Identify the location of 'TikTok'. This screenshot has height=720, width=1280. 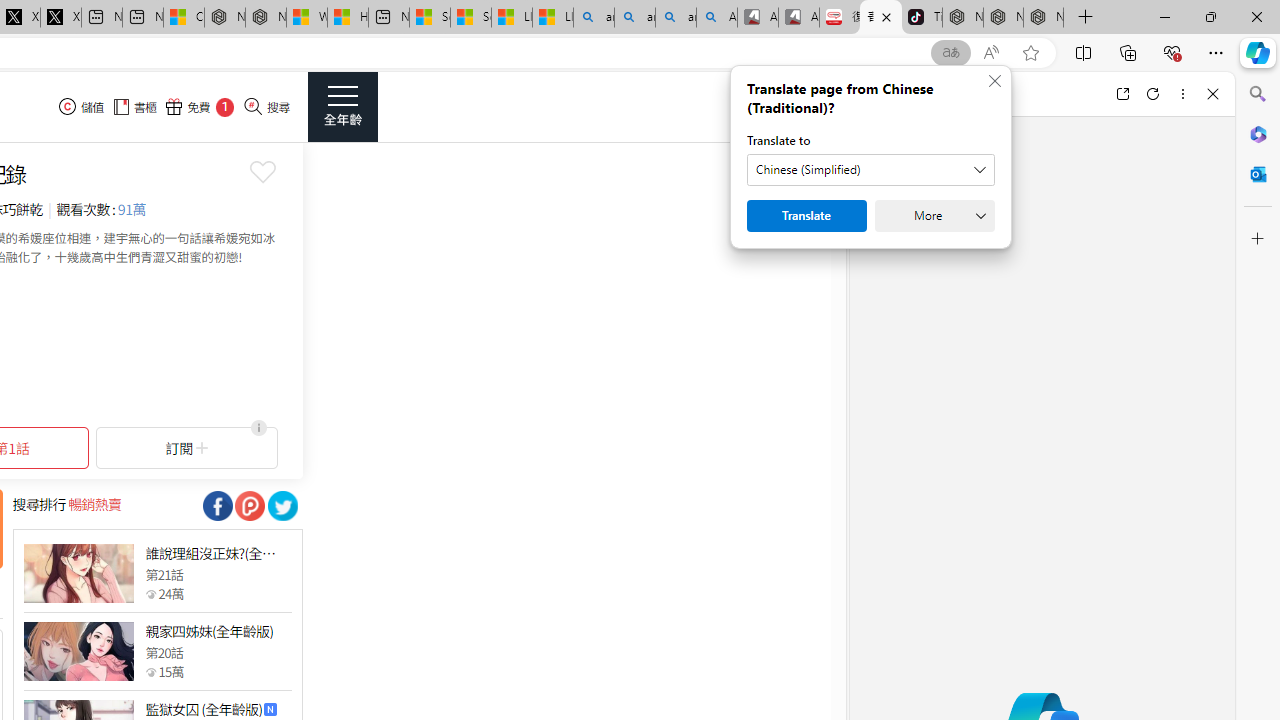
(921, 17).